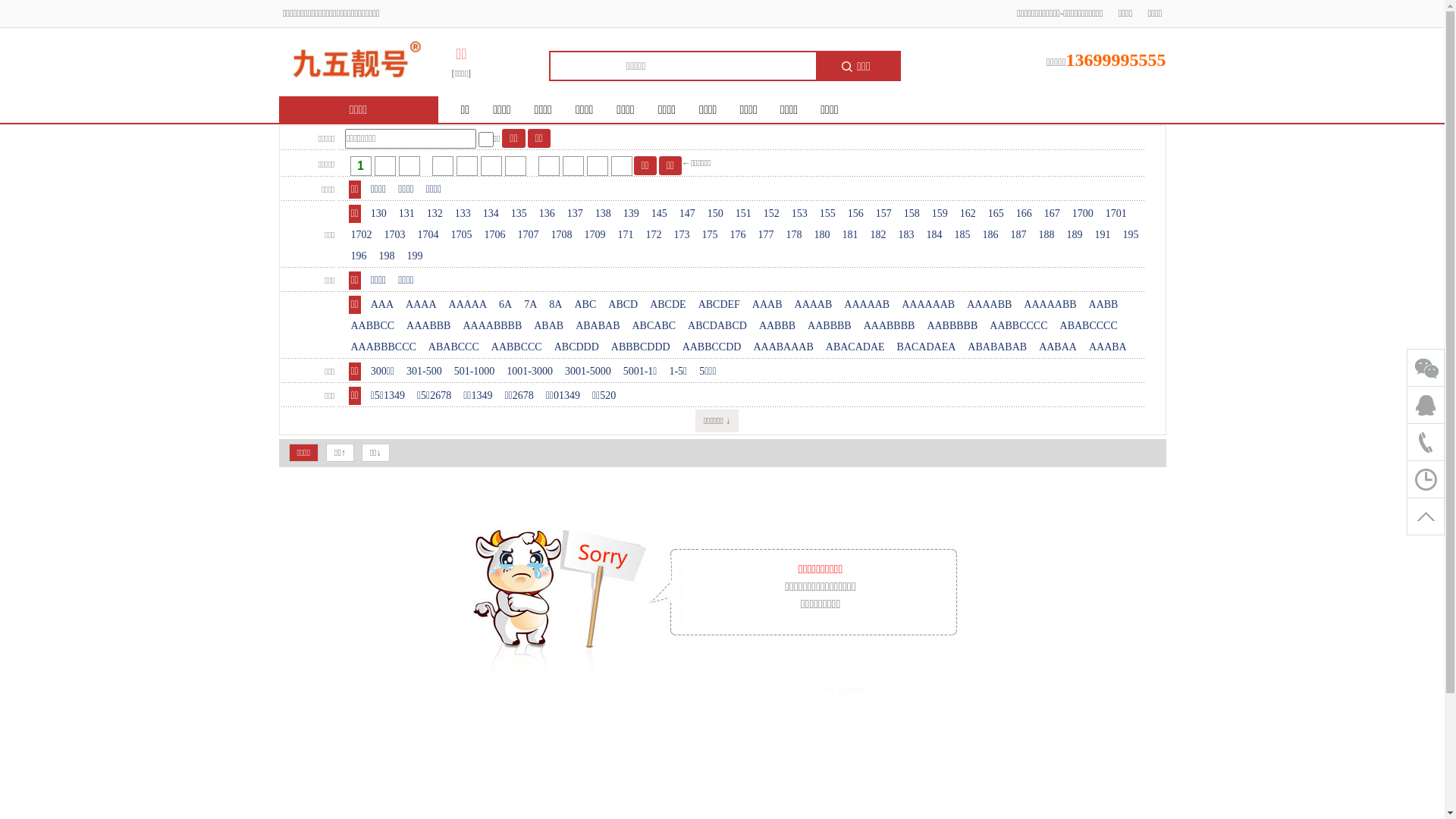 This screenshot has height=819, width=1456. I want to click on '7A', so click(530, 304).